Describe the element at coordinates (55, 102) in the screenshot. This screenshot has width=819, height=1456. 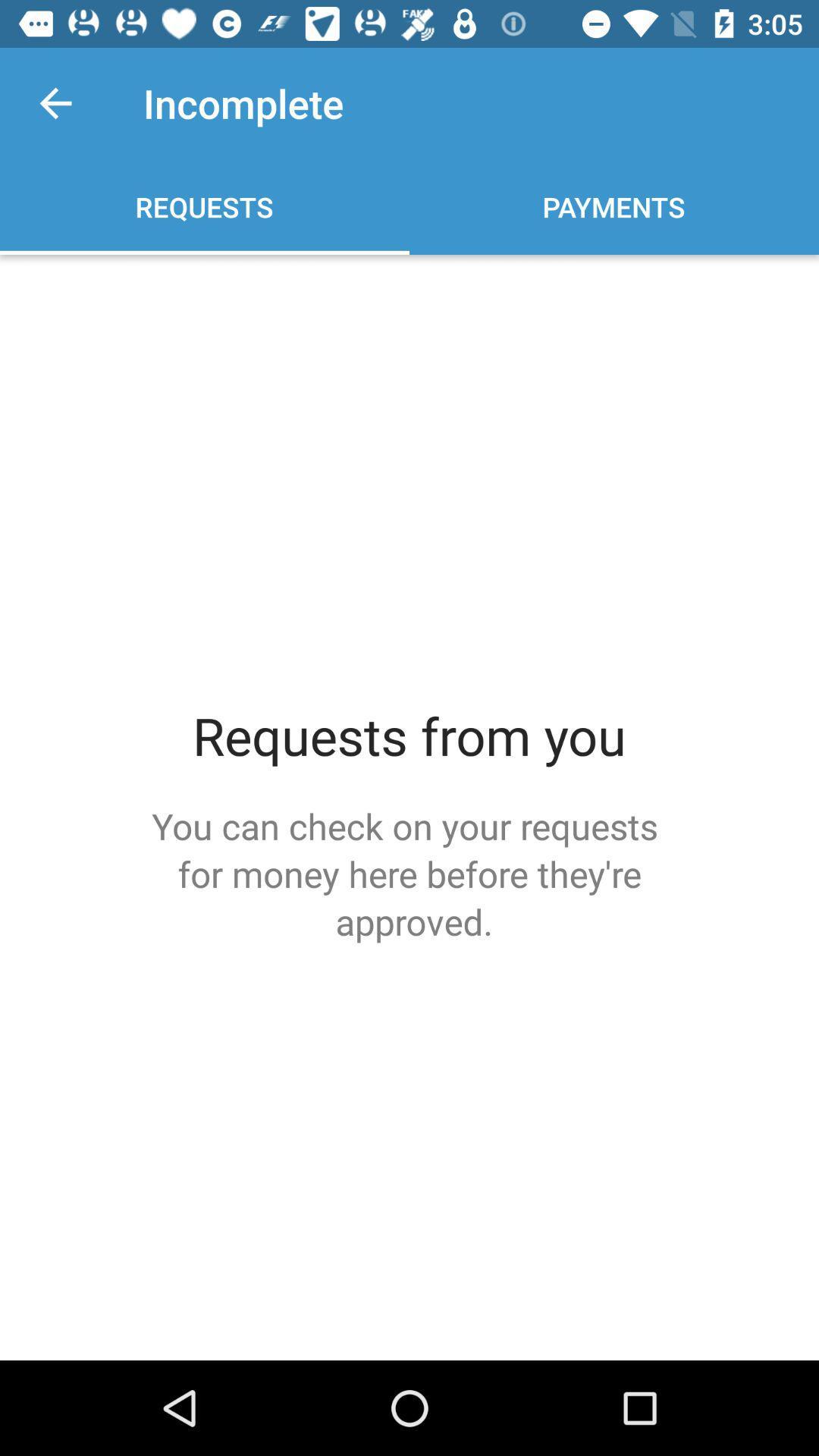
I see `the icon next to the incomplete app` at that location.